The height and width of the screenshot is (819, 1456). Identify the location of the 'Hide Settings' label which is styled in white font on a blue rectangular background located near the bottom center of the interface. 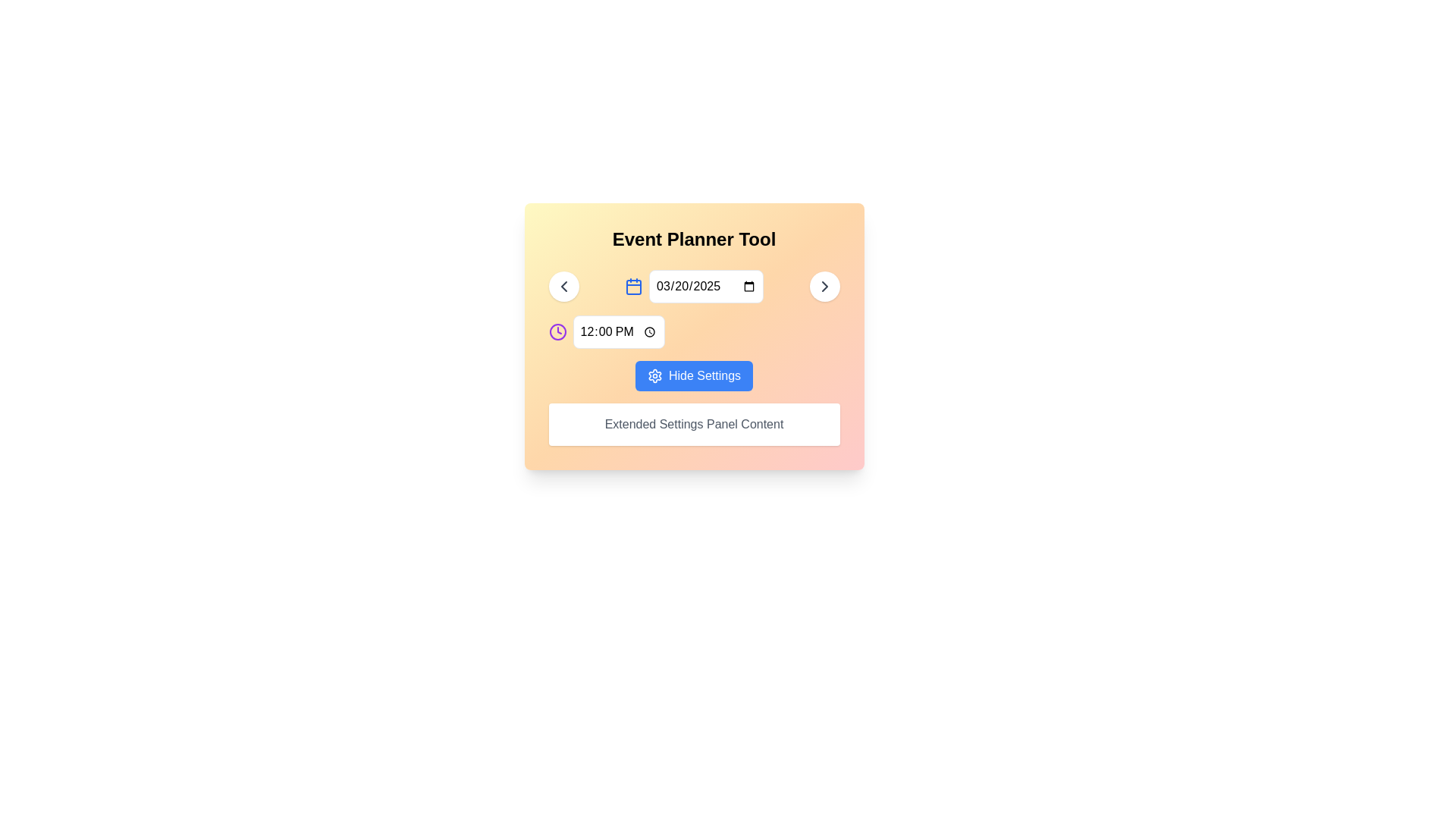
(704, 375).